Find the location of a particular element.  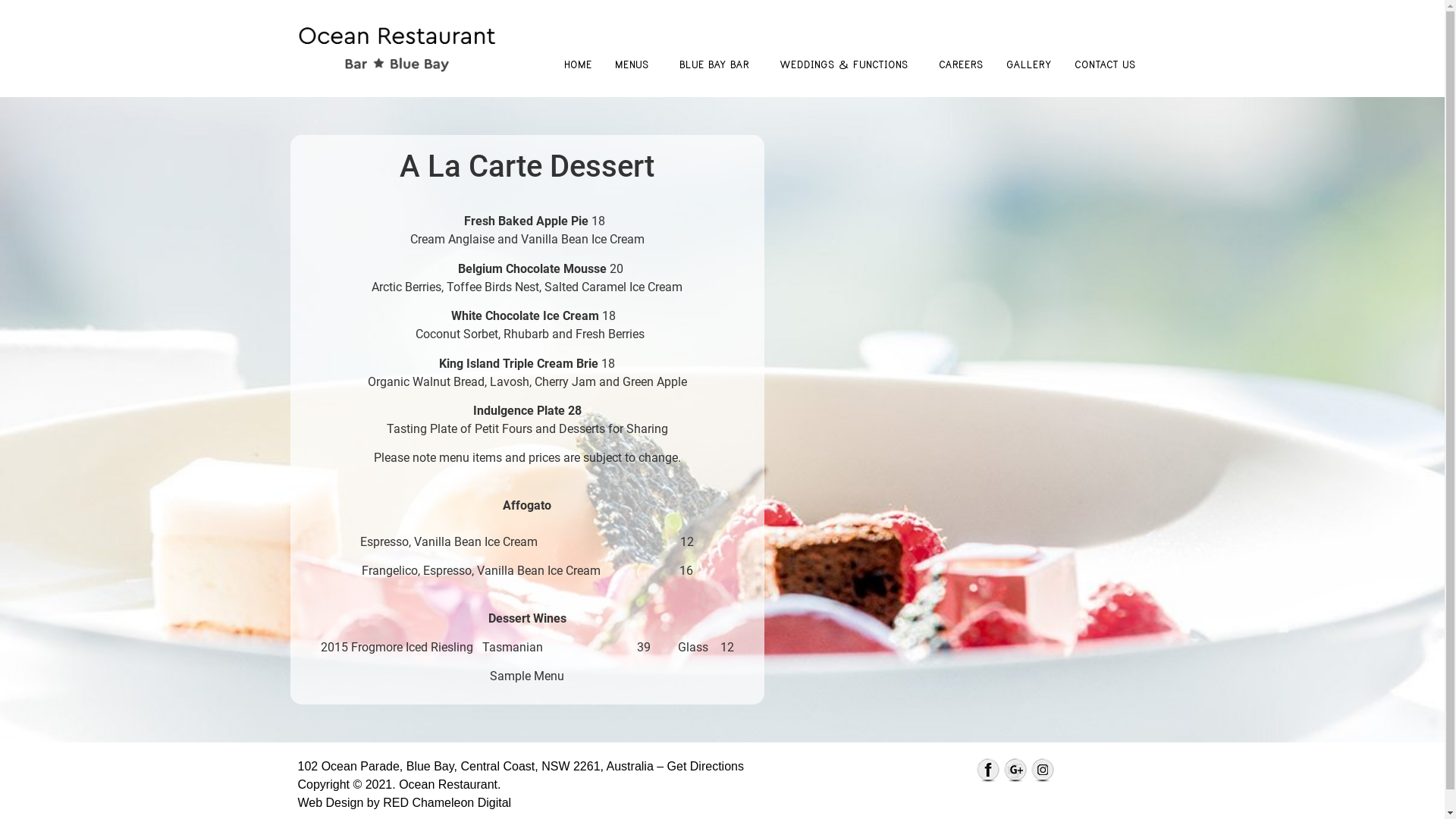

'GALLERY' is located at coordinates (1029, 63).